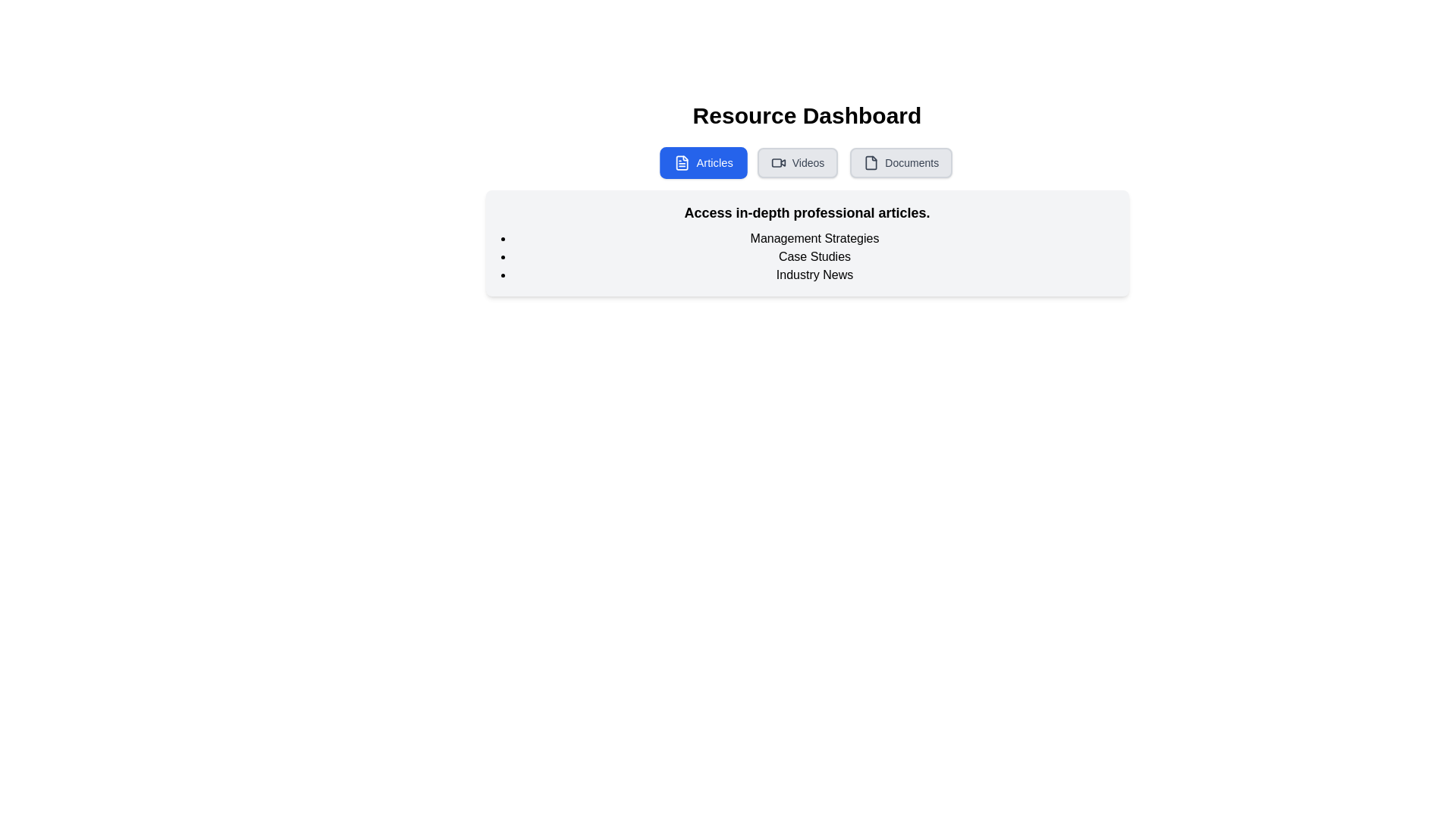 This screenshot has width=1456, height=819. What do you see at coordinates (702, 163) in the screenshot?
I see `the 'Articles' tab button with a blue background and white text` at bounding box center [702, 163].